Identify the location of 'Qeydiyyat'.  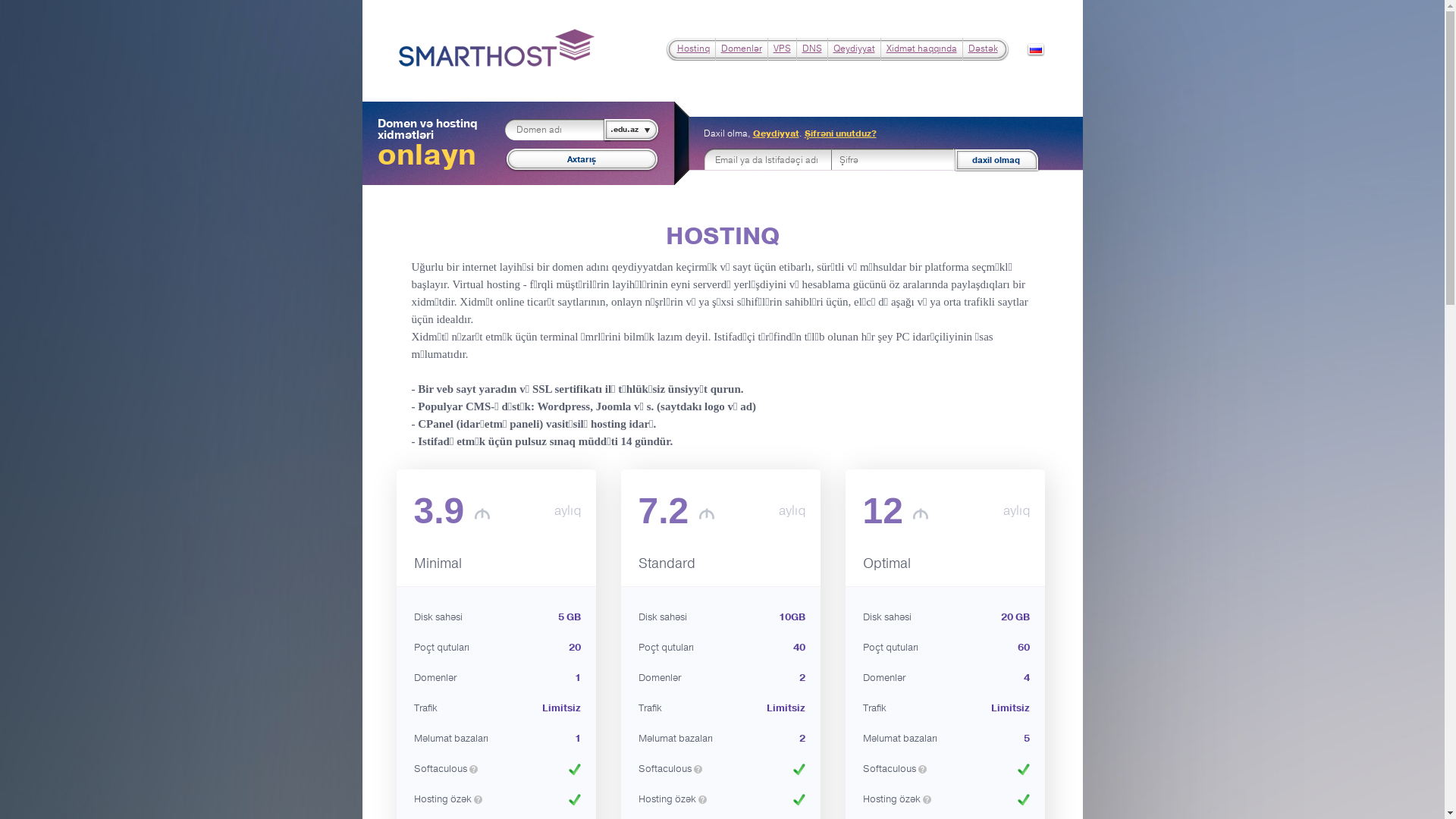
(775, 133).